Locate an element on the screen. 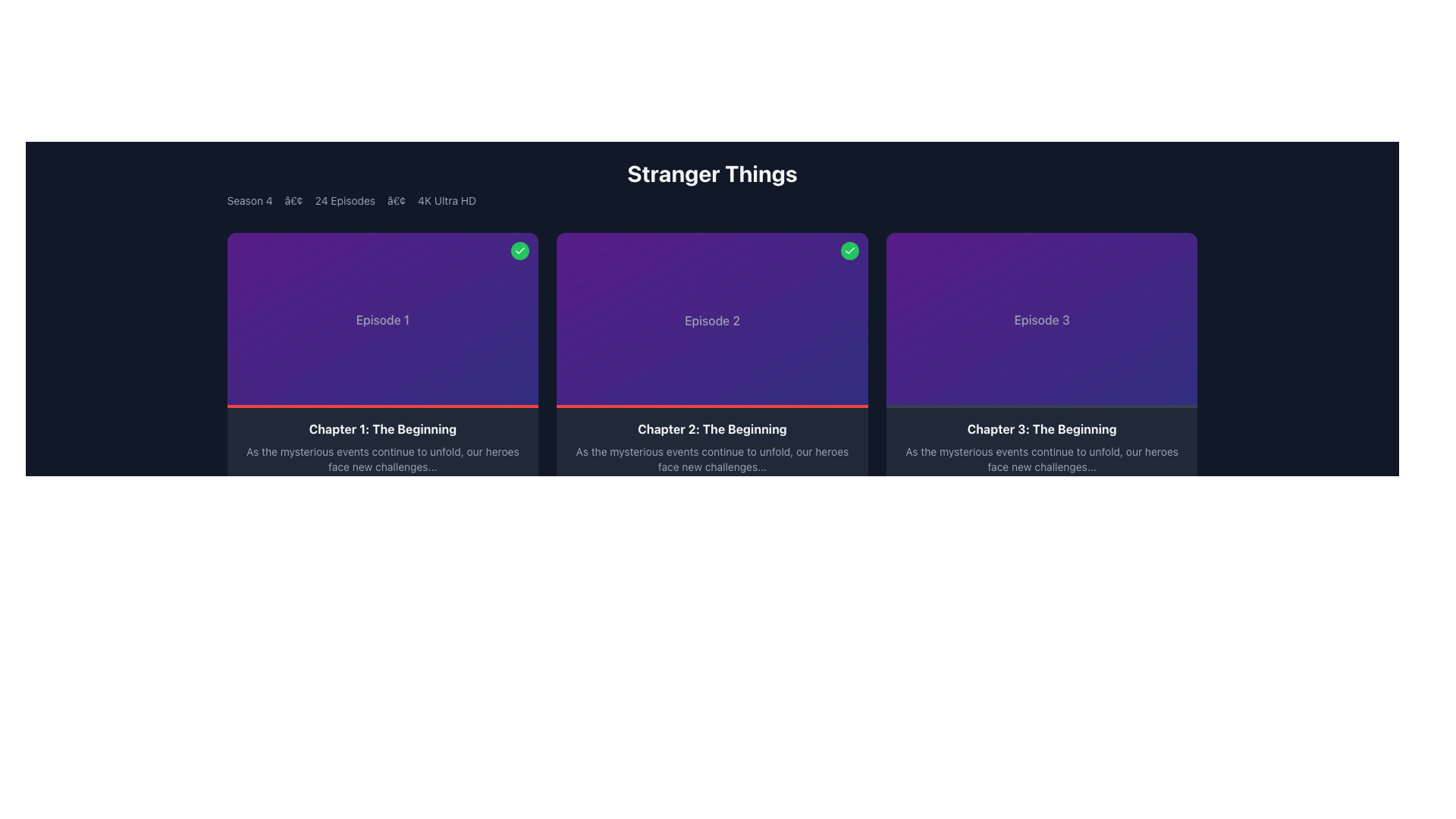 The image size is (1456, 819). the episode title is located at coordinates (382, 429).